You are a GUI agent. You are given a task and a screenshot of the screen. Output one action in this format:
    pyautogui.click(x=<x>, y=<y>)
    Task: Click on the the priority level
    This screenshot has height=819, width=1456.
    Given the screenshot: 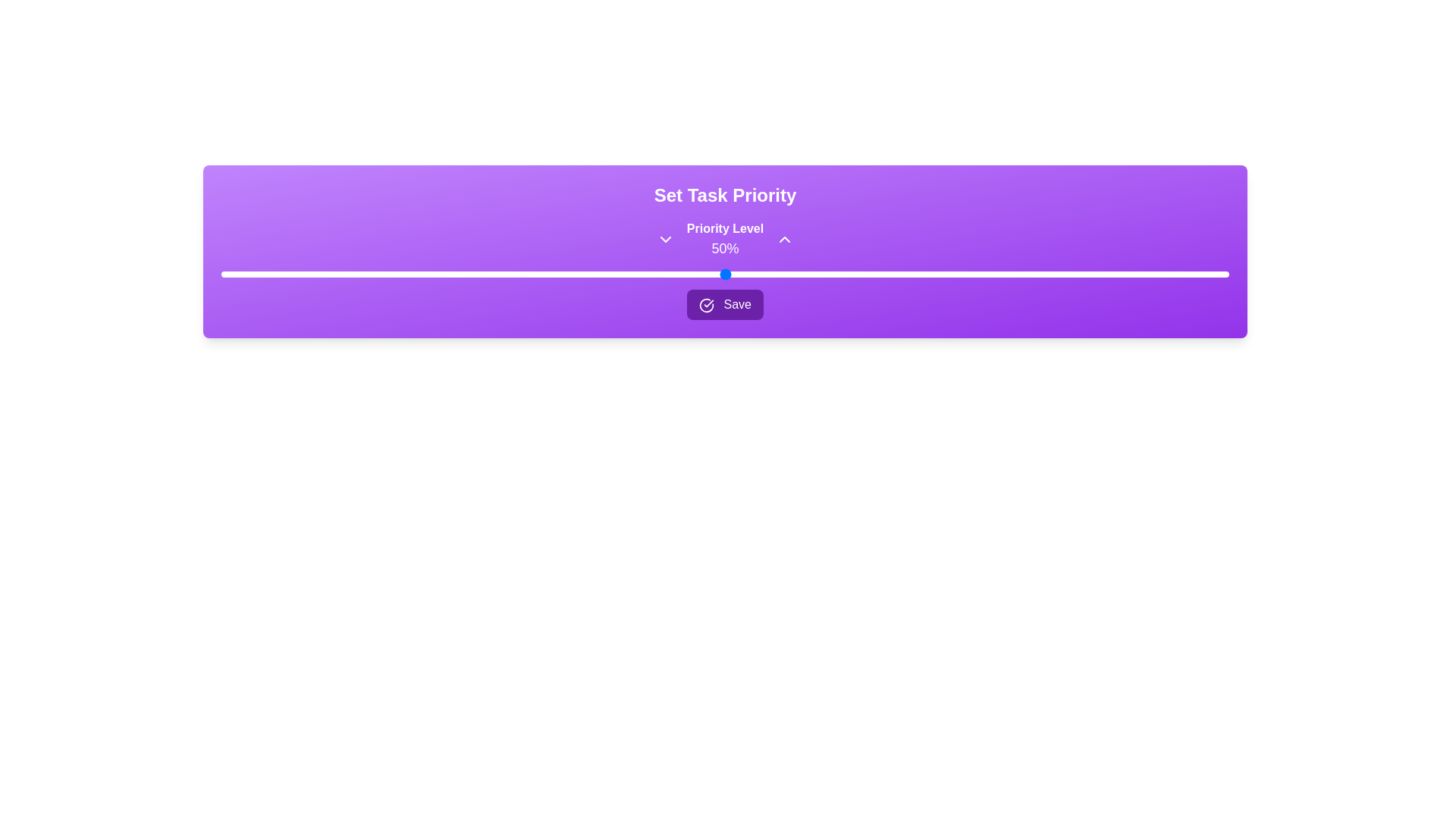 What is the action you would take?
    pyautogui.click(x=704, y=275)
    